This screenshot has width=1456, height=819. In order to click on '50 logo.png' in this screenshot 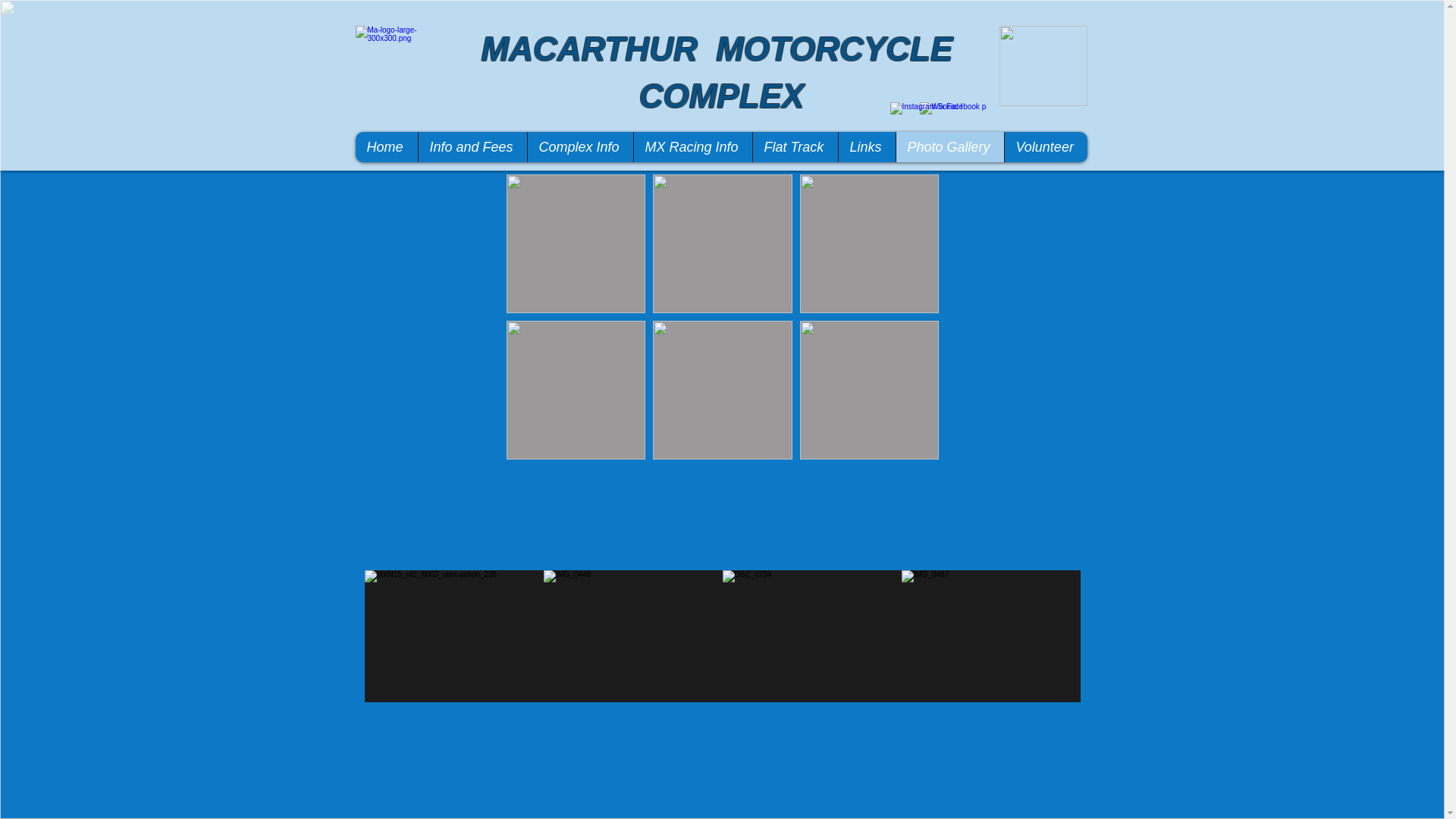, I will do `click(1043, 65)`.